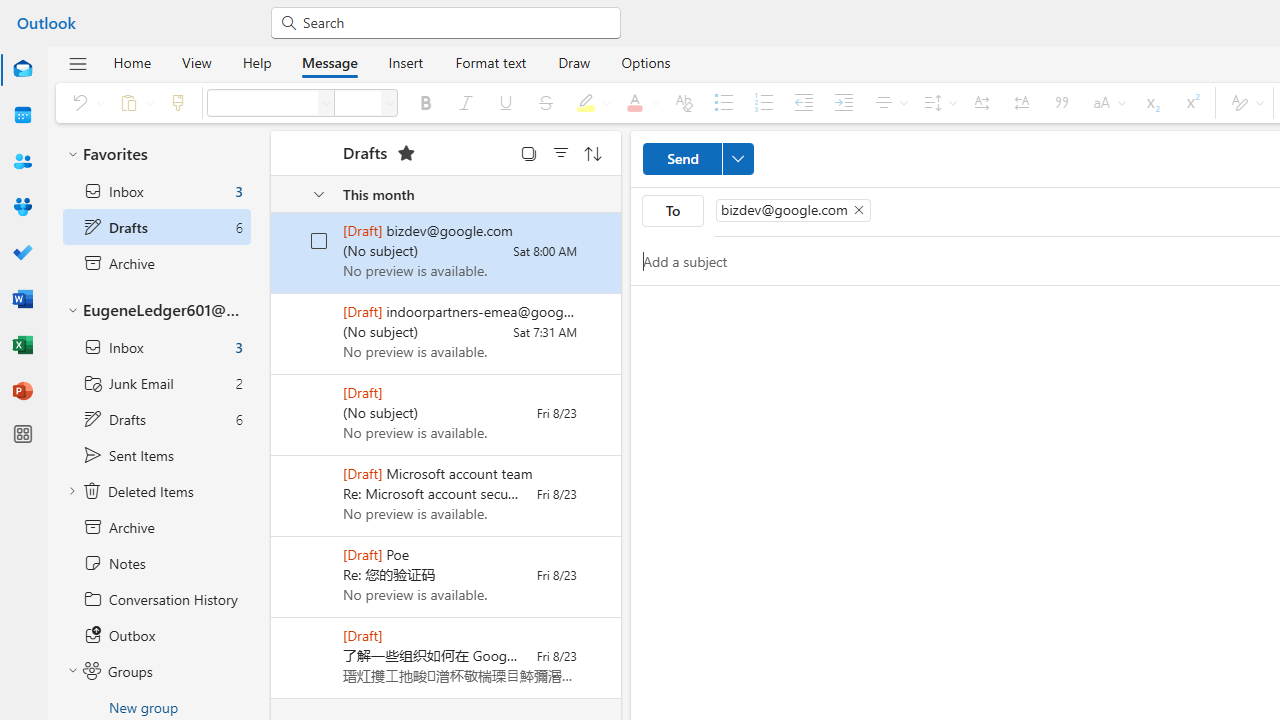 Image resolution: width=1280 pixels, height=720 pixels. Describe the element at coordinates (23, 115) in the screenshot. I see `'Calendar'` at that location.